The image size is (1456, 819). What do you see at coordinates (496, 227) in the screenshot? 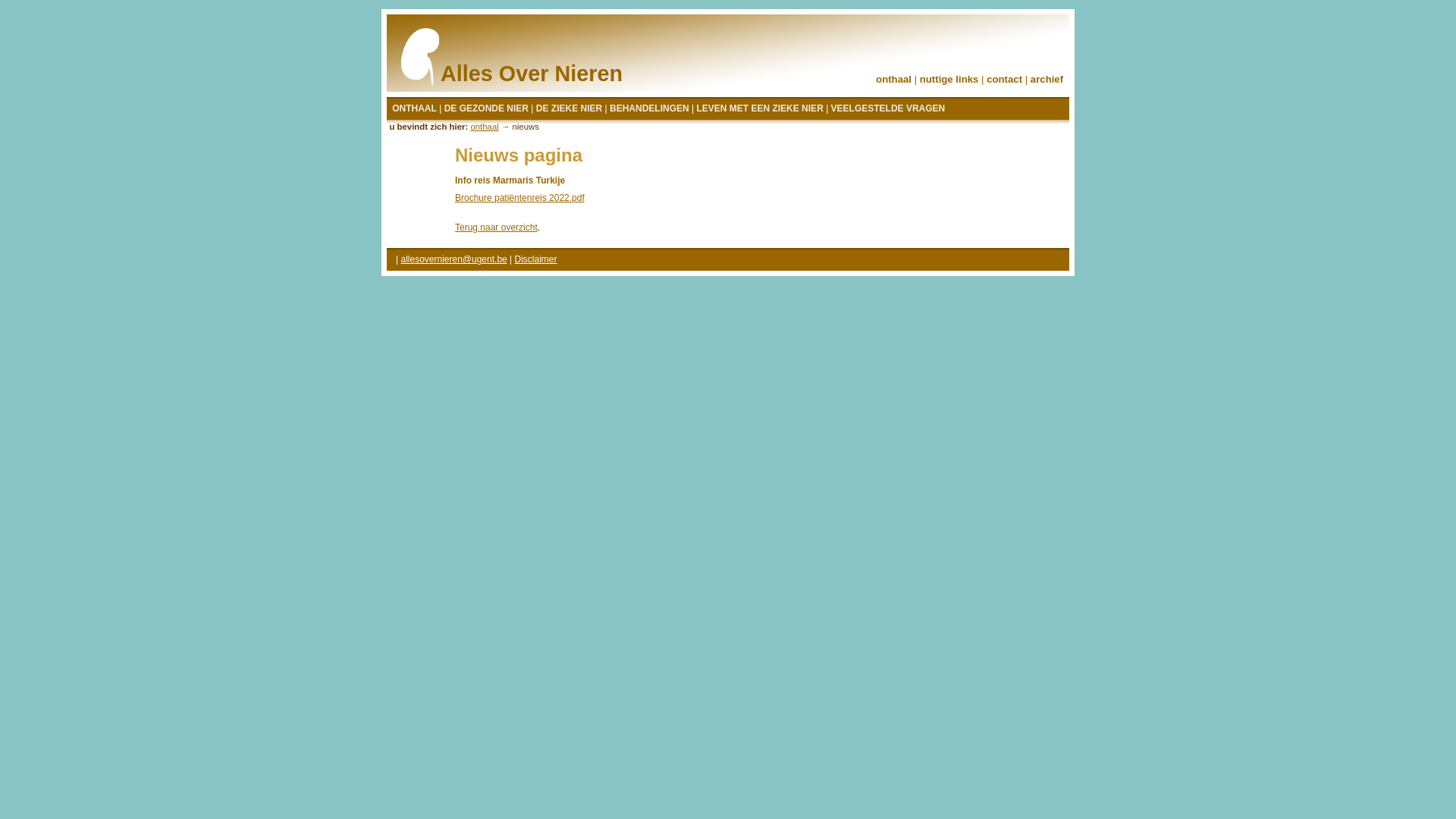
I see `'Terug naar overzicht'` at bounding box center [496, 227].